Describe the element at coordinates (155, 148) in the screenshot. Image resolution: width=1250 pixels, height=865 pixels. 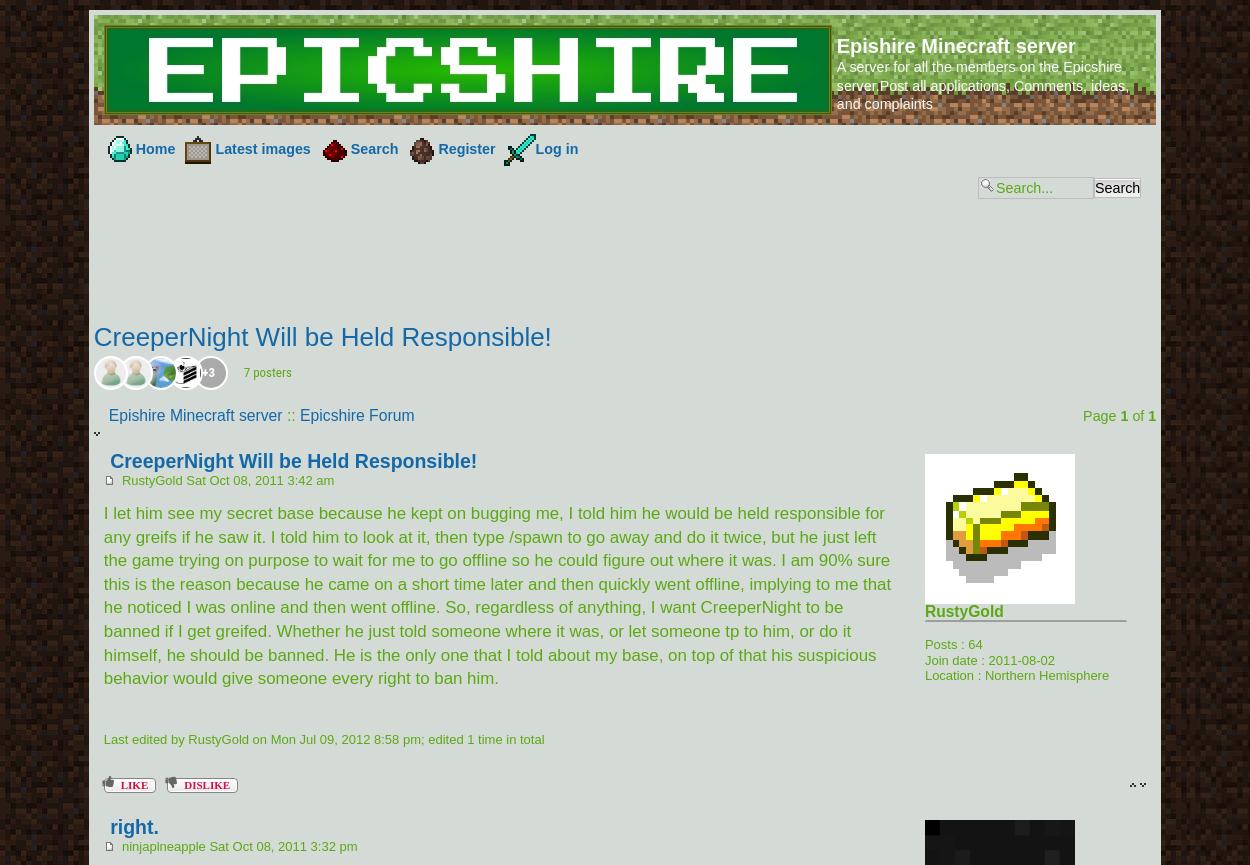
I see `'Home'` at that location.